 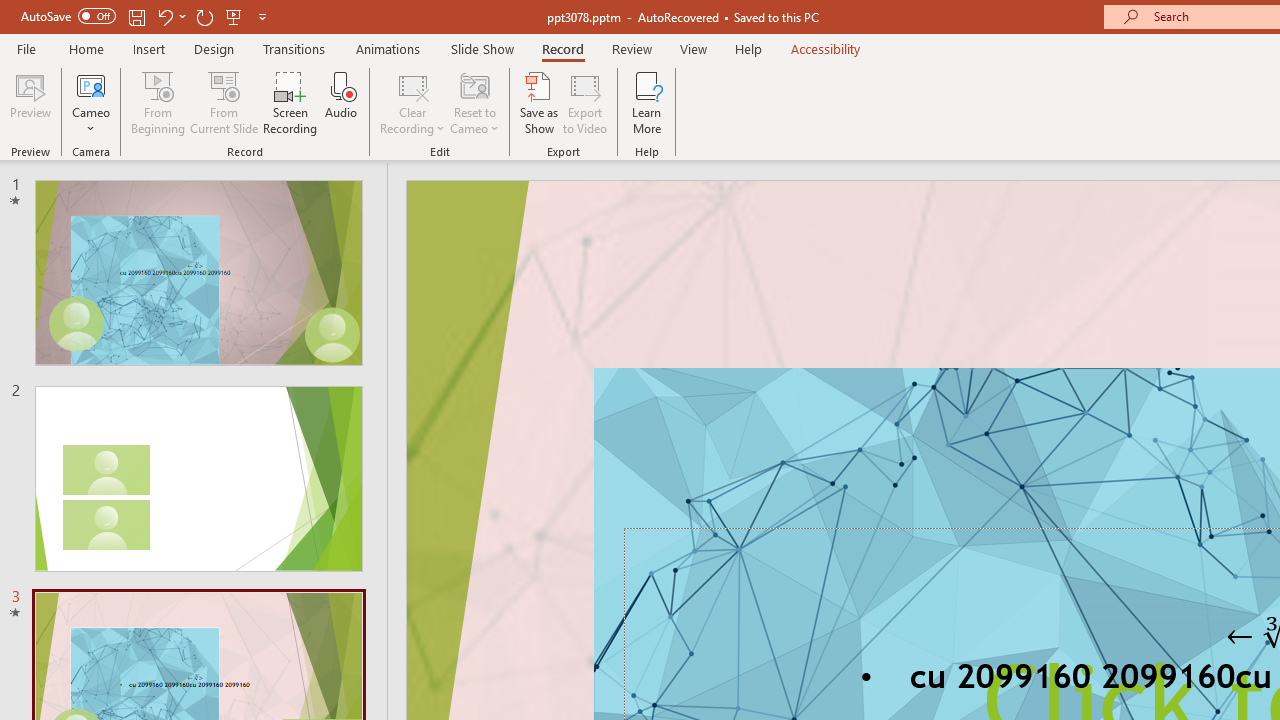 What do you see at coordinates (473, 103) in the screenshot?
I see `'Reset to Cameo'` at bounding box center [473, 103].